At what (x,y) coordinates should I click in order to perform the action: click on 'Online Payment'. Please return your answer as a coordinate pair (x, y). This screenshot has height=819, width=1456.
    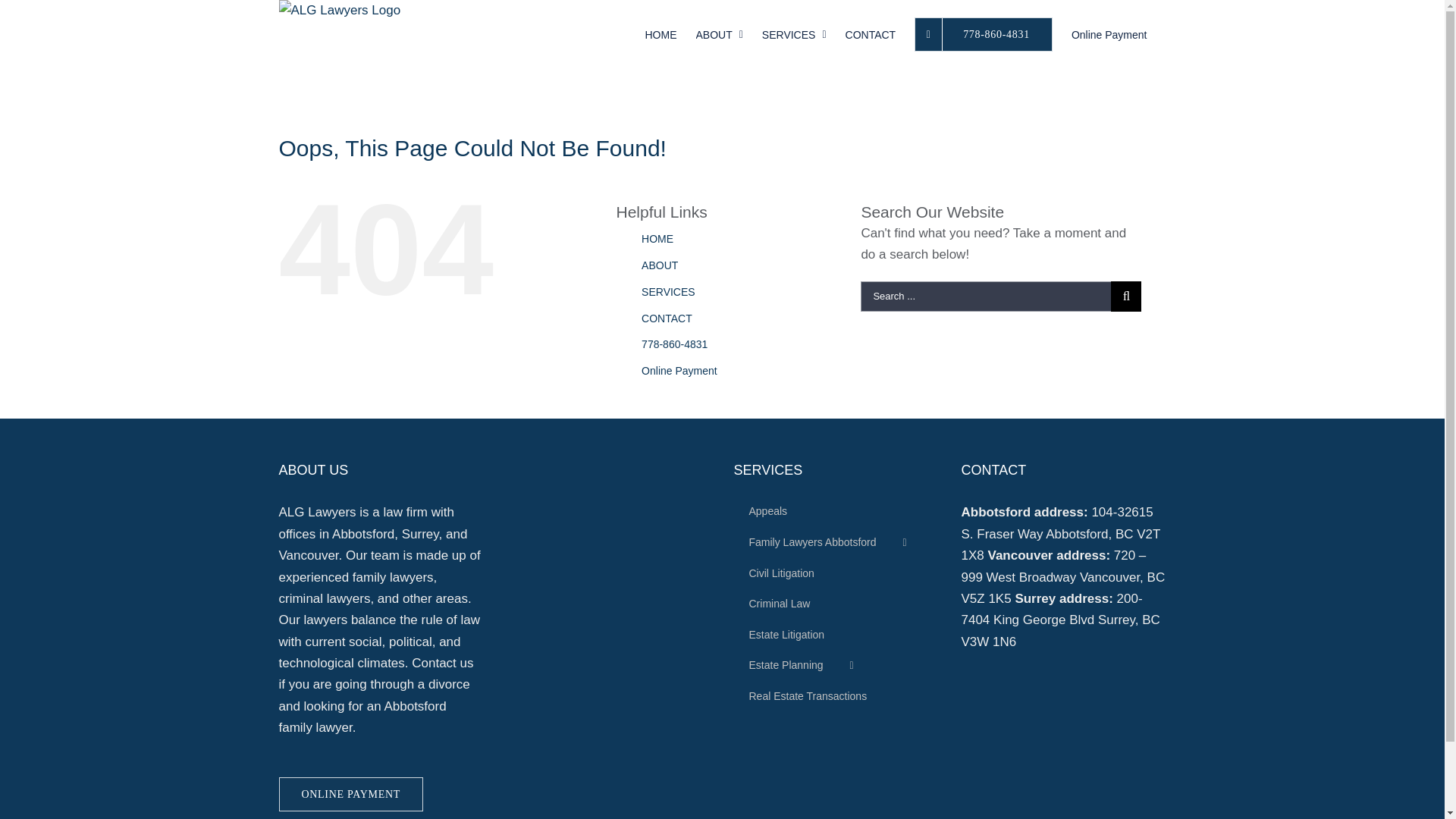
    Looking at the image, I should click on (641, 371).